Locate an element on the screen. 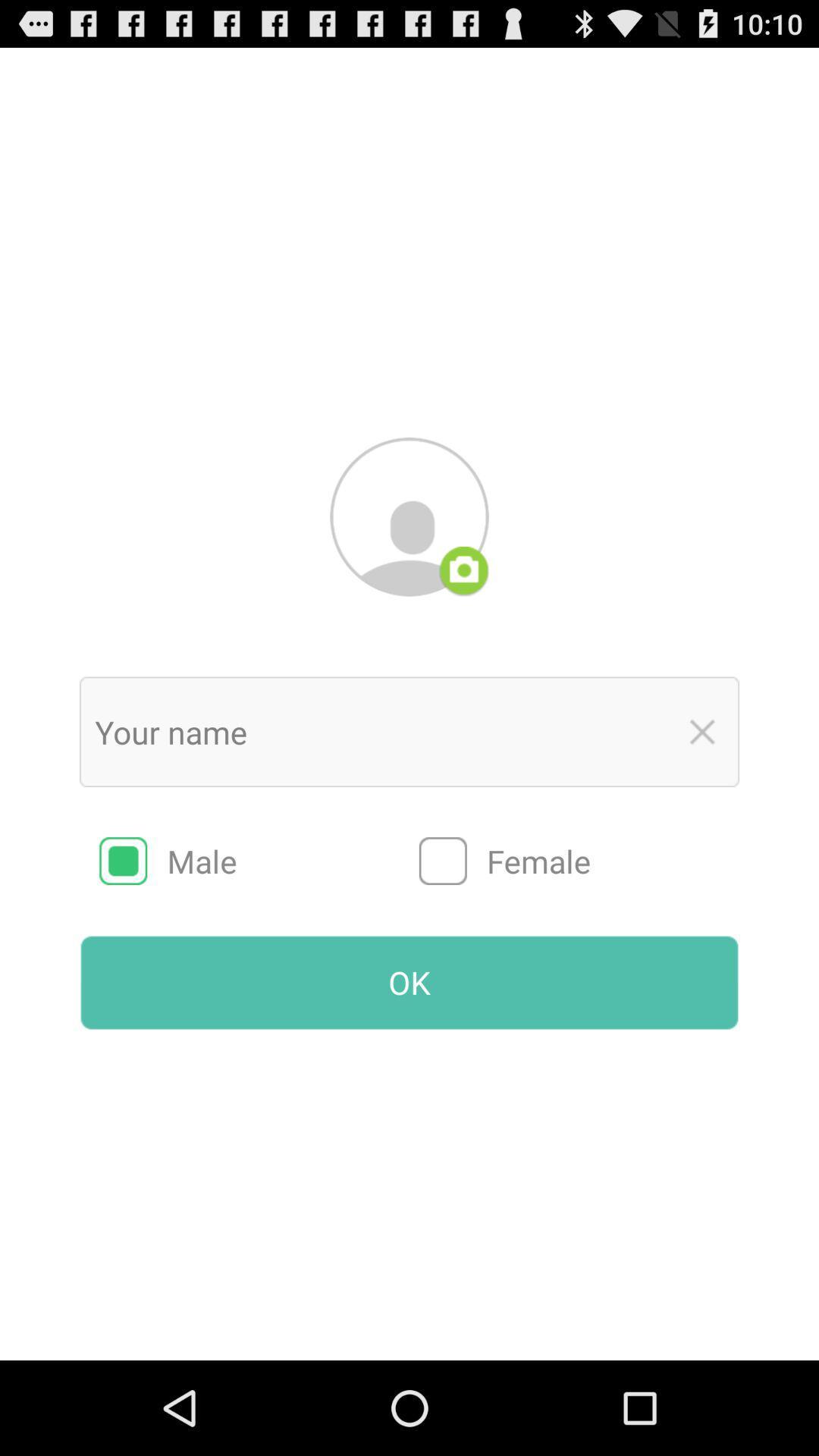 This screenshot has width=819, height=1456. ok at the bottom is located at coordinates (409, 983).